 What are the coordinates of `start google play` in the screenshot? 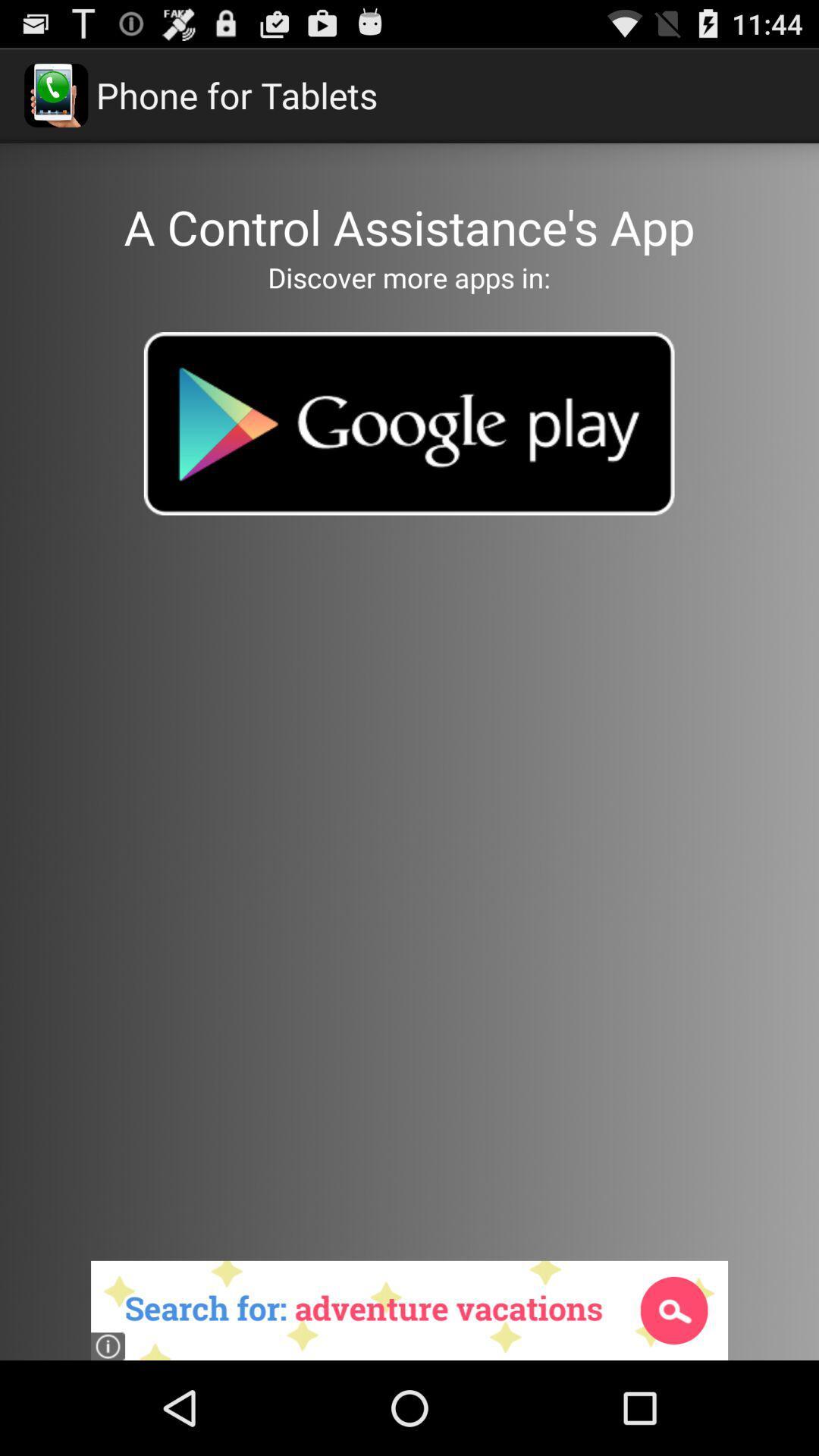 It's located at (408, 423).